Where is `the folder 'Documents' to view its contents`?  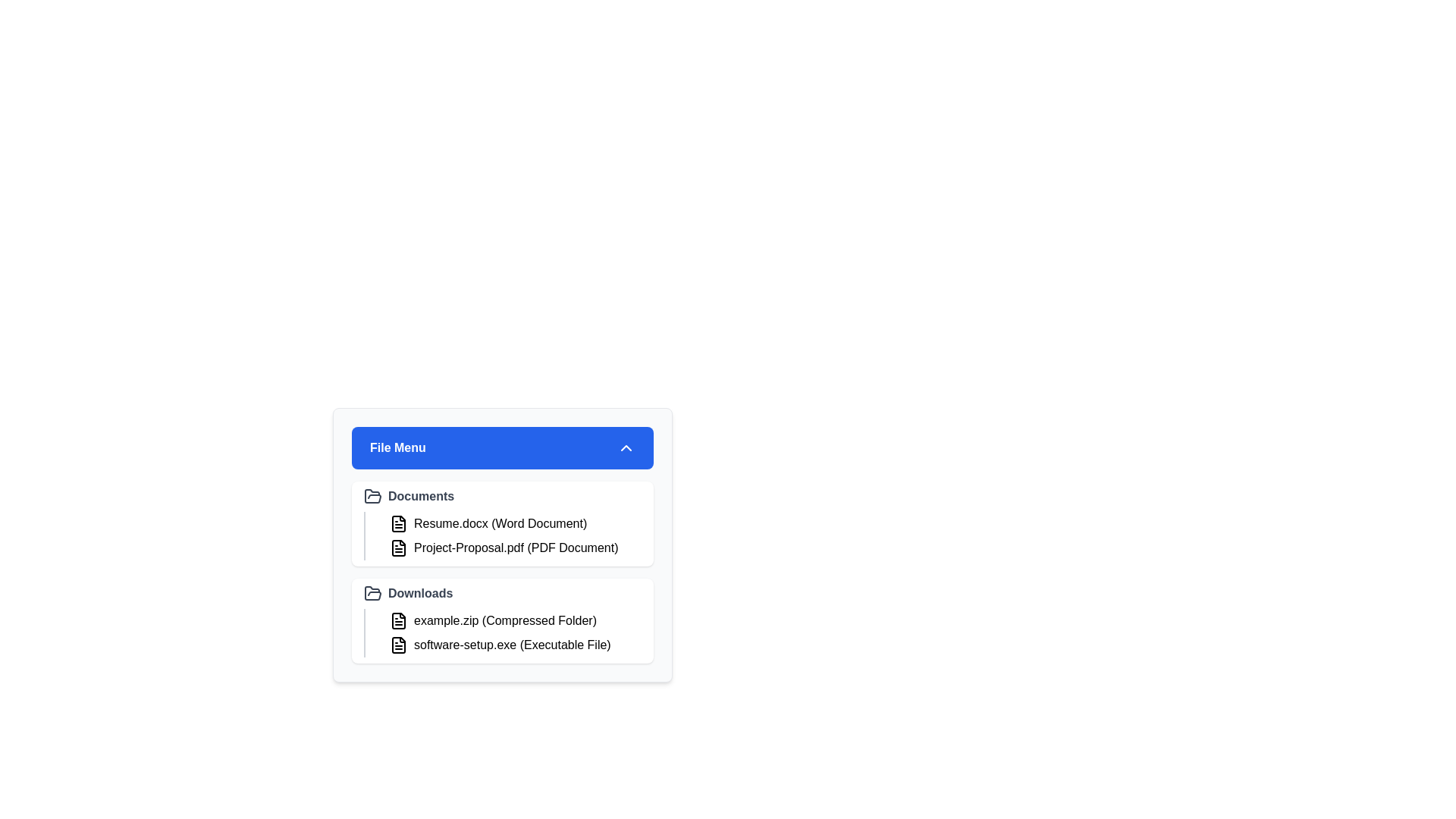 the folder 'Documents' to view its contents is located at coordinates (502, 497).